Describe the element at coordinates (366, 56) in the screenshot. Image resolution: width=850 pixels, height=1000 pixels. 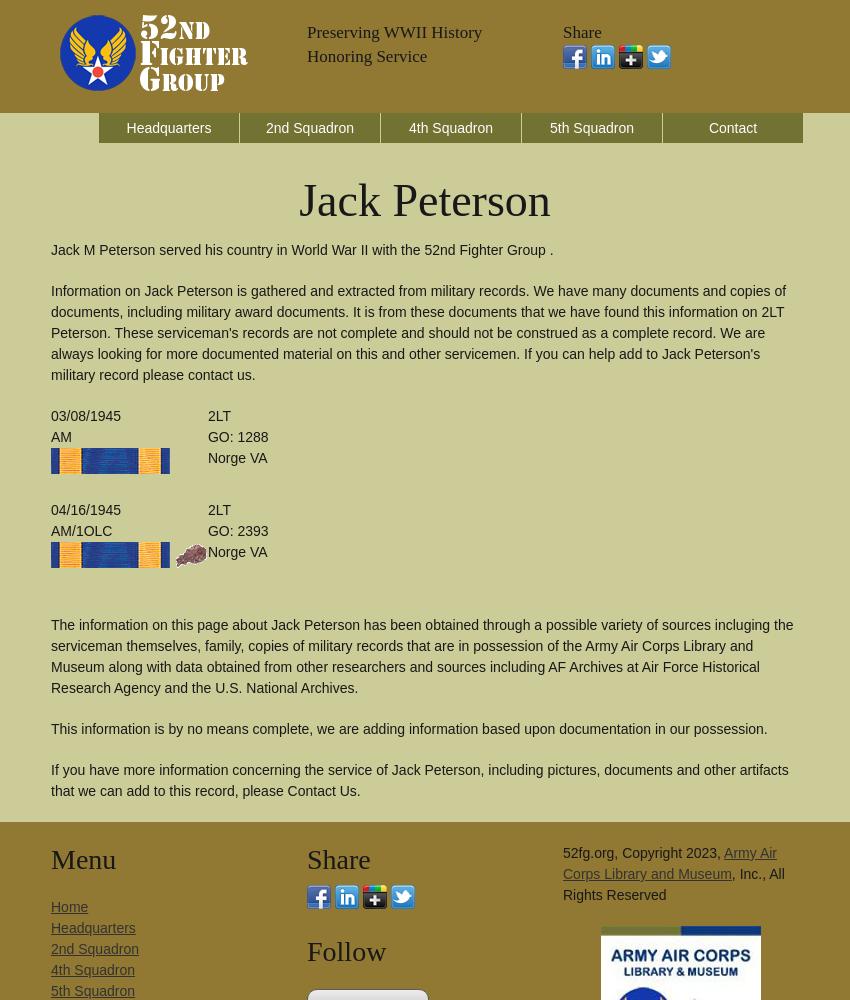
I see `'Honoring Service'` at that location.